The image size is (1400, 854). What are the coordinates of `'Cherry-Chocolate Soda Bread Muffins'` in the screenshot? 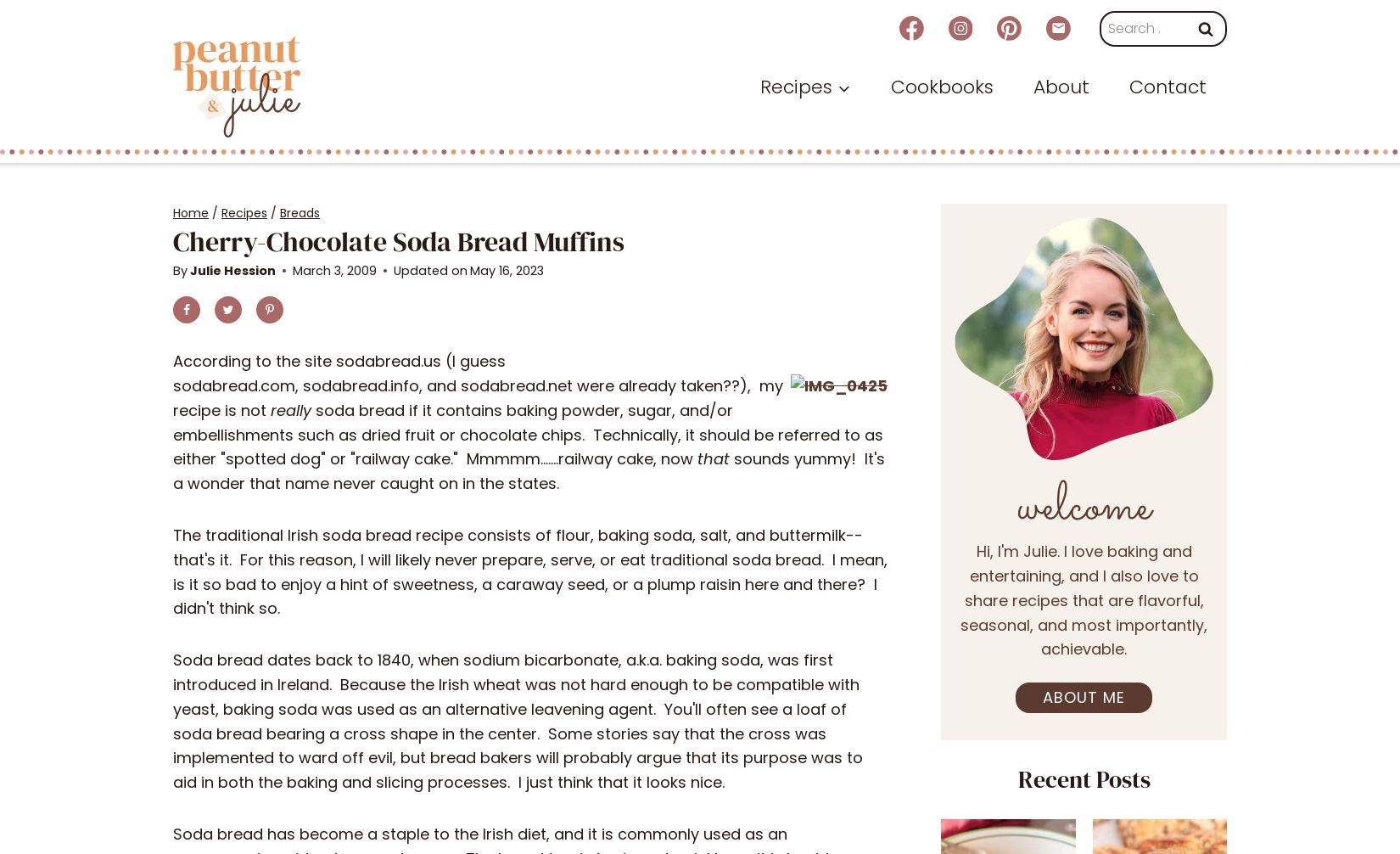 It's located at (397, 239).